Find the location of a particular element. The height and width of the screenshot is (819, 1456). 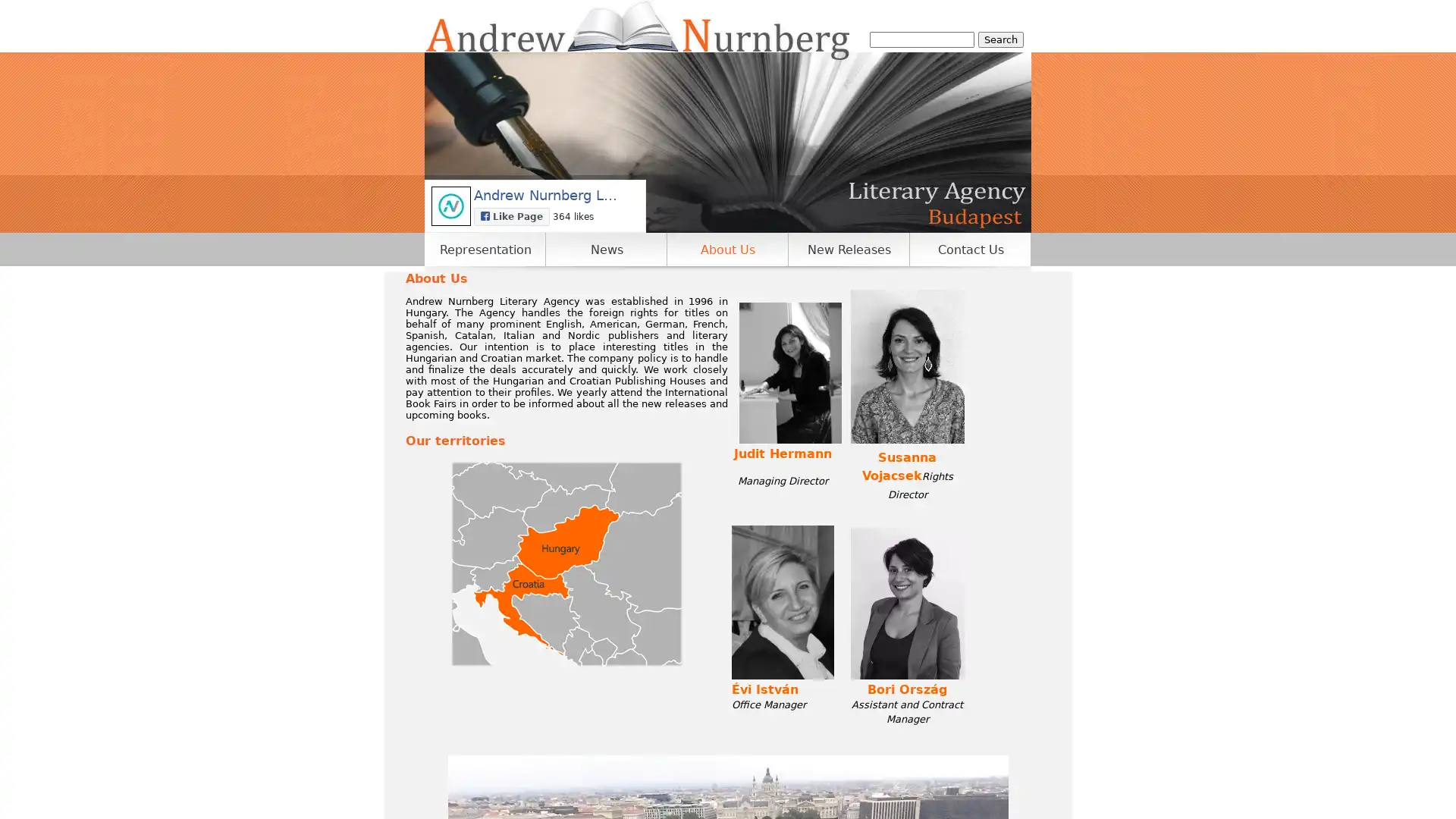

Search is located at coordinates (1001, 39).